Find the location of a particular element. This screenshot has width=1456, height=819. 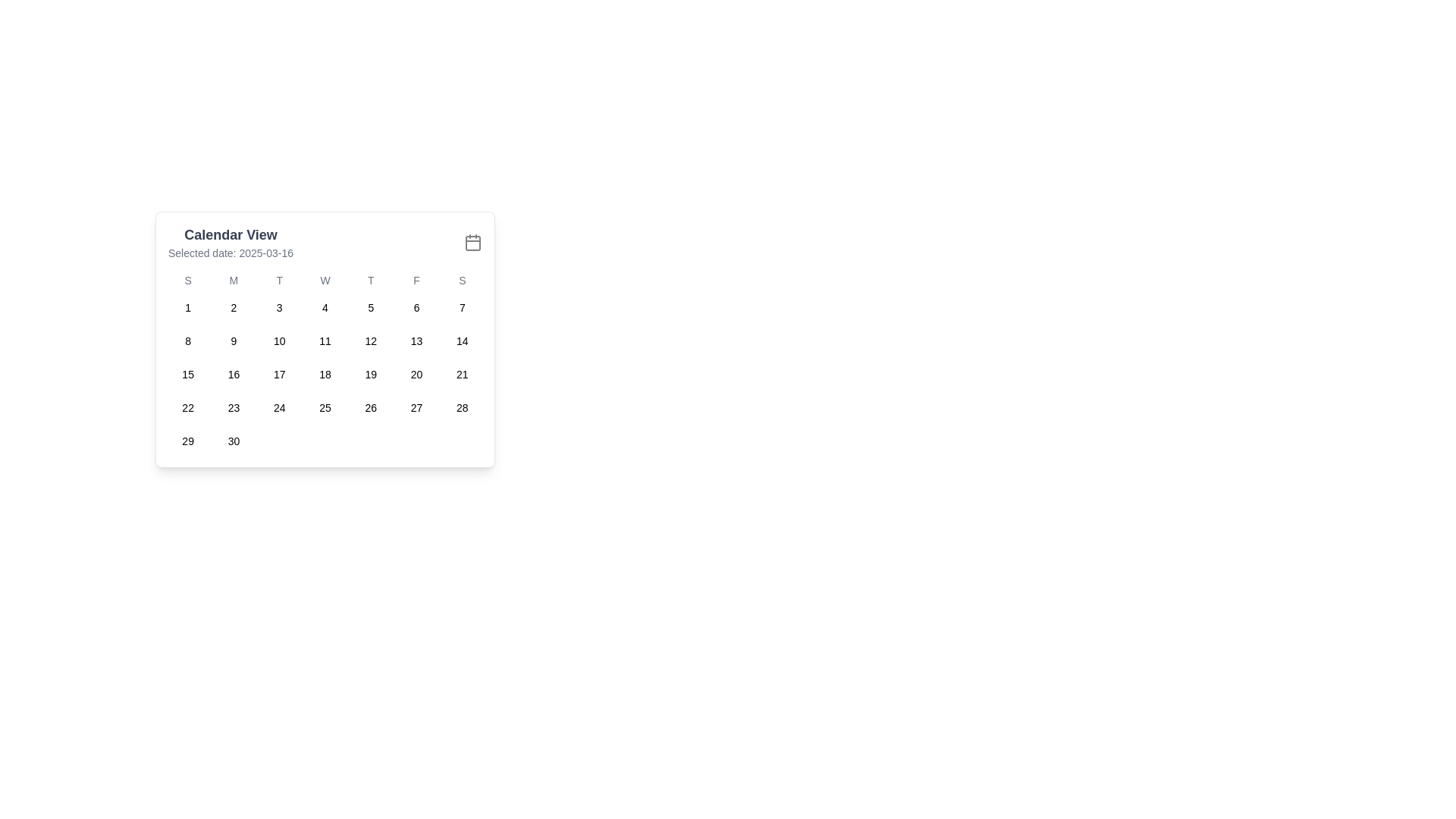

the inner rectangle of the calendar icon located in the top-right corner of the calendar interface, which serves a decorative purpose is located at coordinates (472, 242).